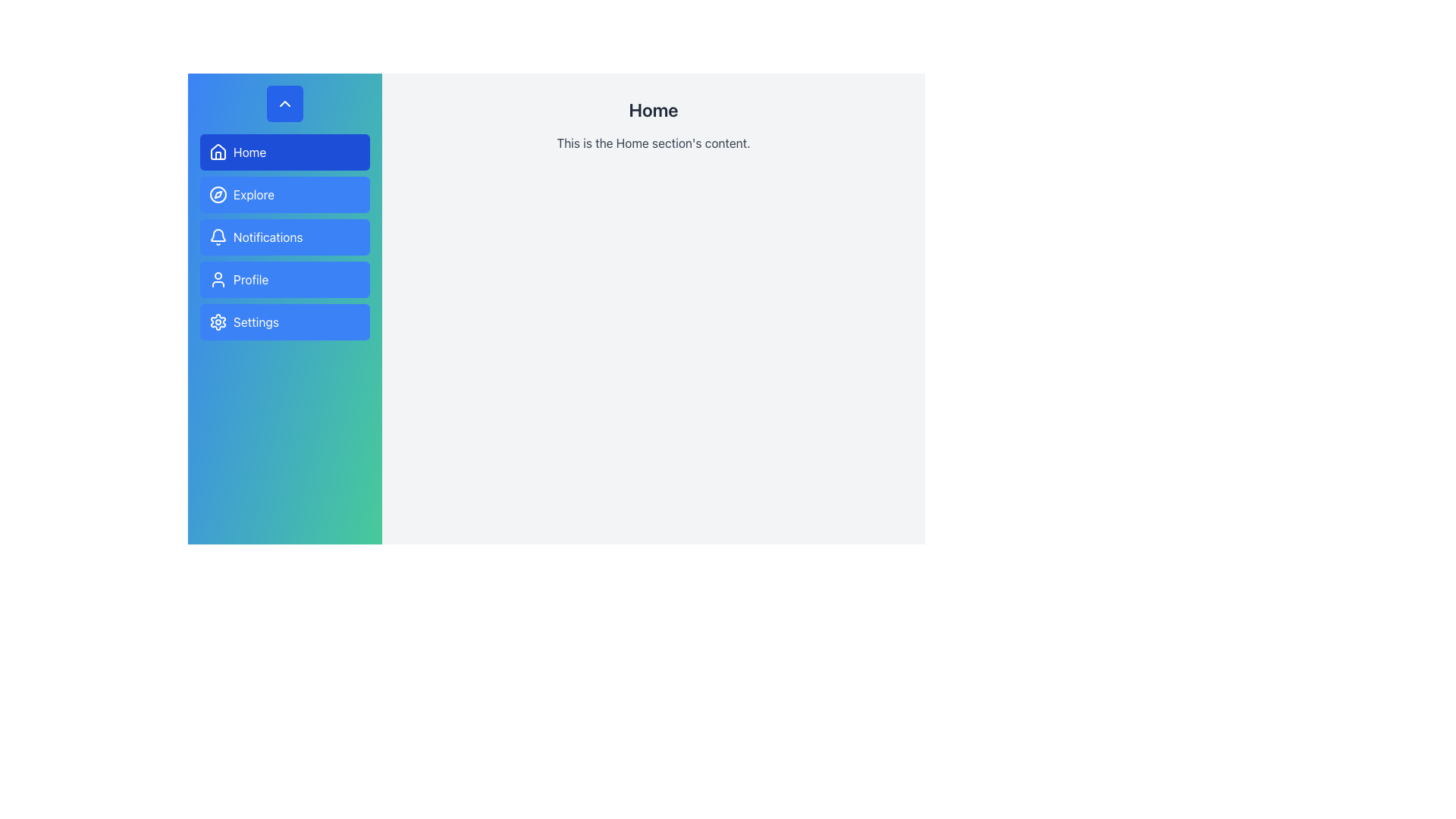  I want to click on the toggle button for the sidebar located at the top left, above the menu items like 'Home' and 'Explore', so click(284, 103).